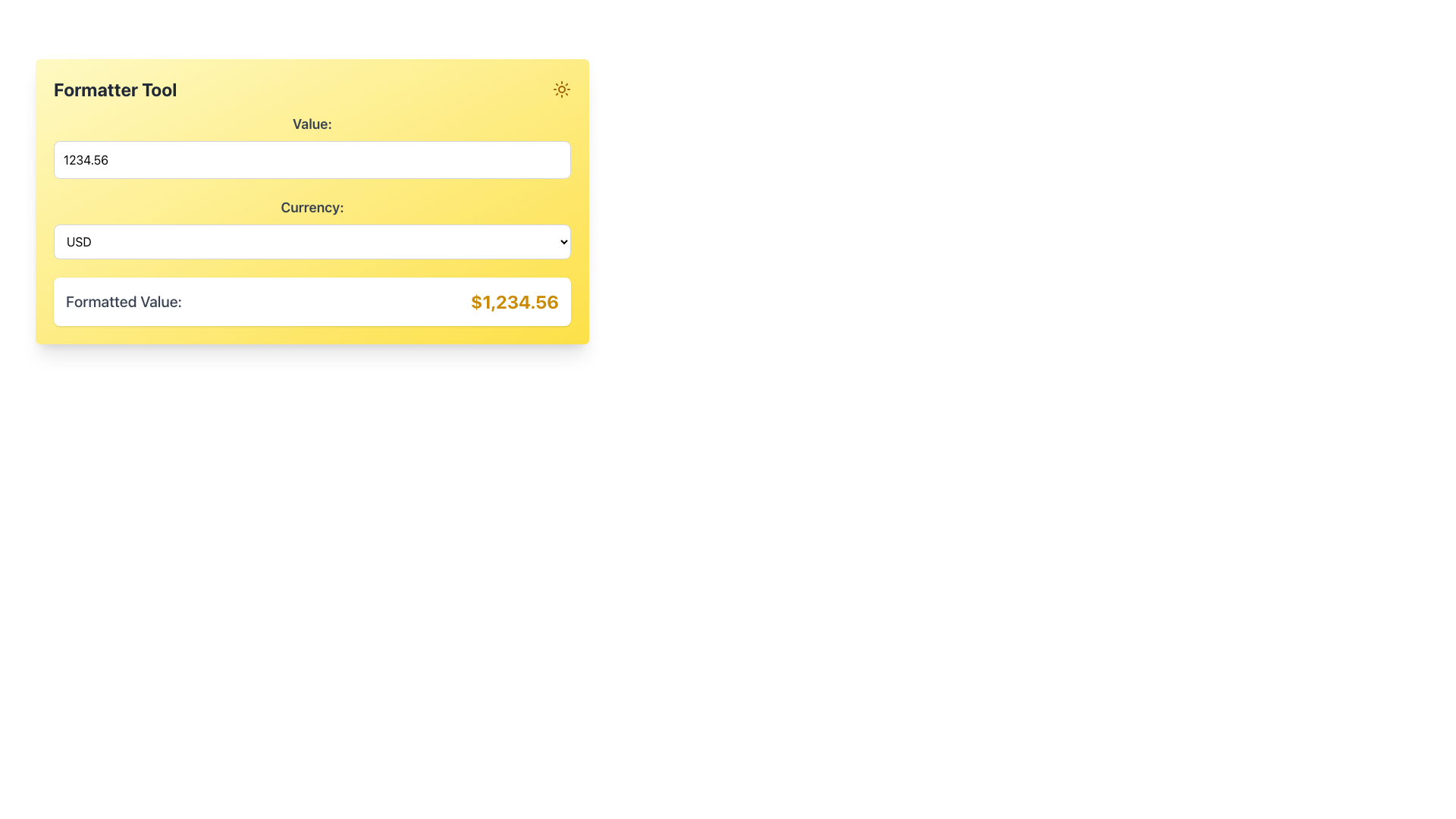 The image size is (1456, 819). Describe the element at coordinates (312, 227) in the screenshot. I see `an option from the dropdown menu labeled 'Currency:' located in the 'Formatter Tool' section, which is the second input field below the 'Value' input field` at that location.